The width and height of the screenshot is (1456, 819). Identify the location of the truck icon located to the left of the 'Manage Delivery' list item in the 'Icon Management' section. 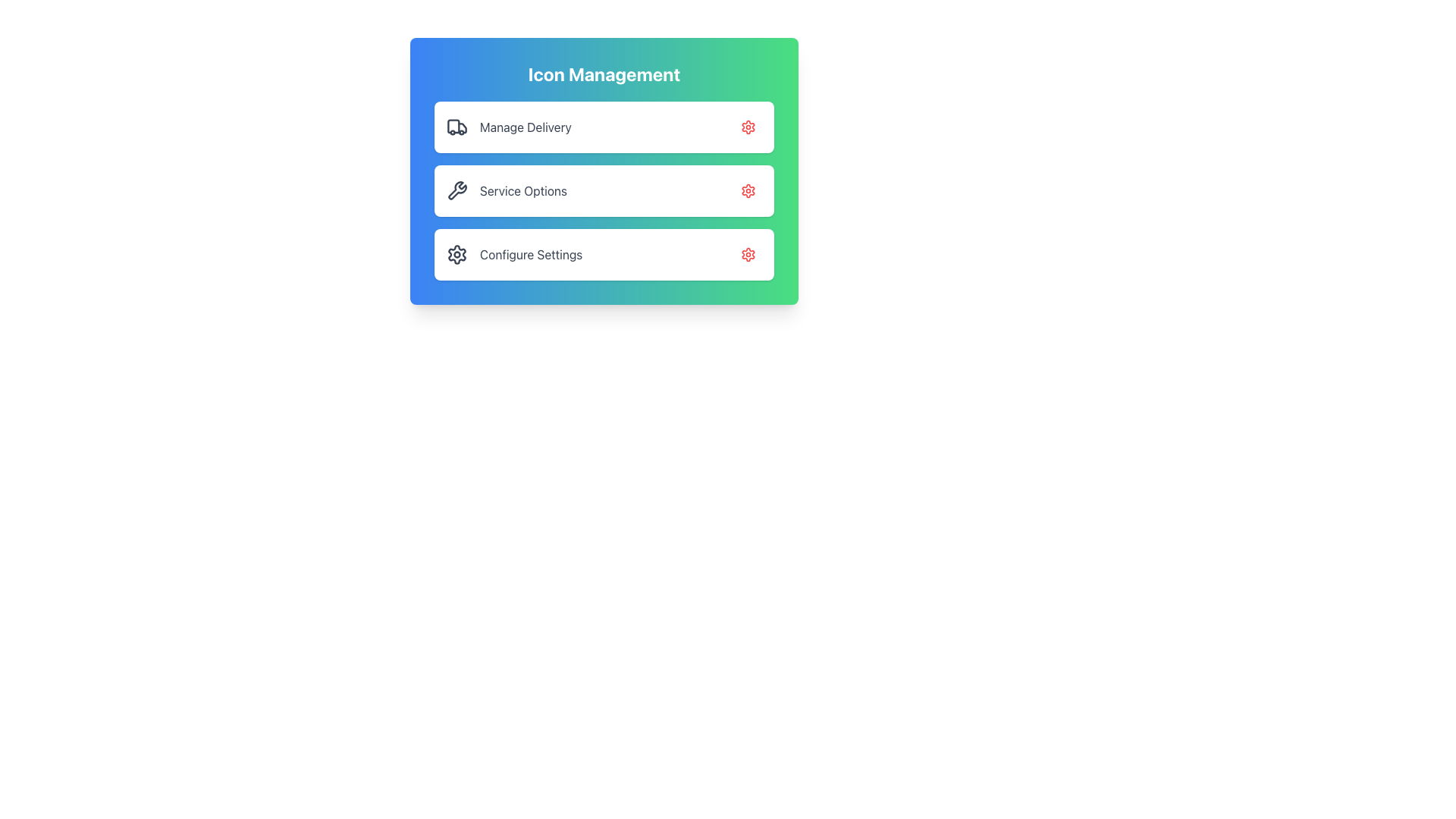
(457, 127).